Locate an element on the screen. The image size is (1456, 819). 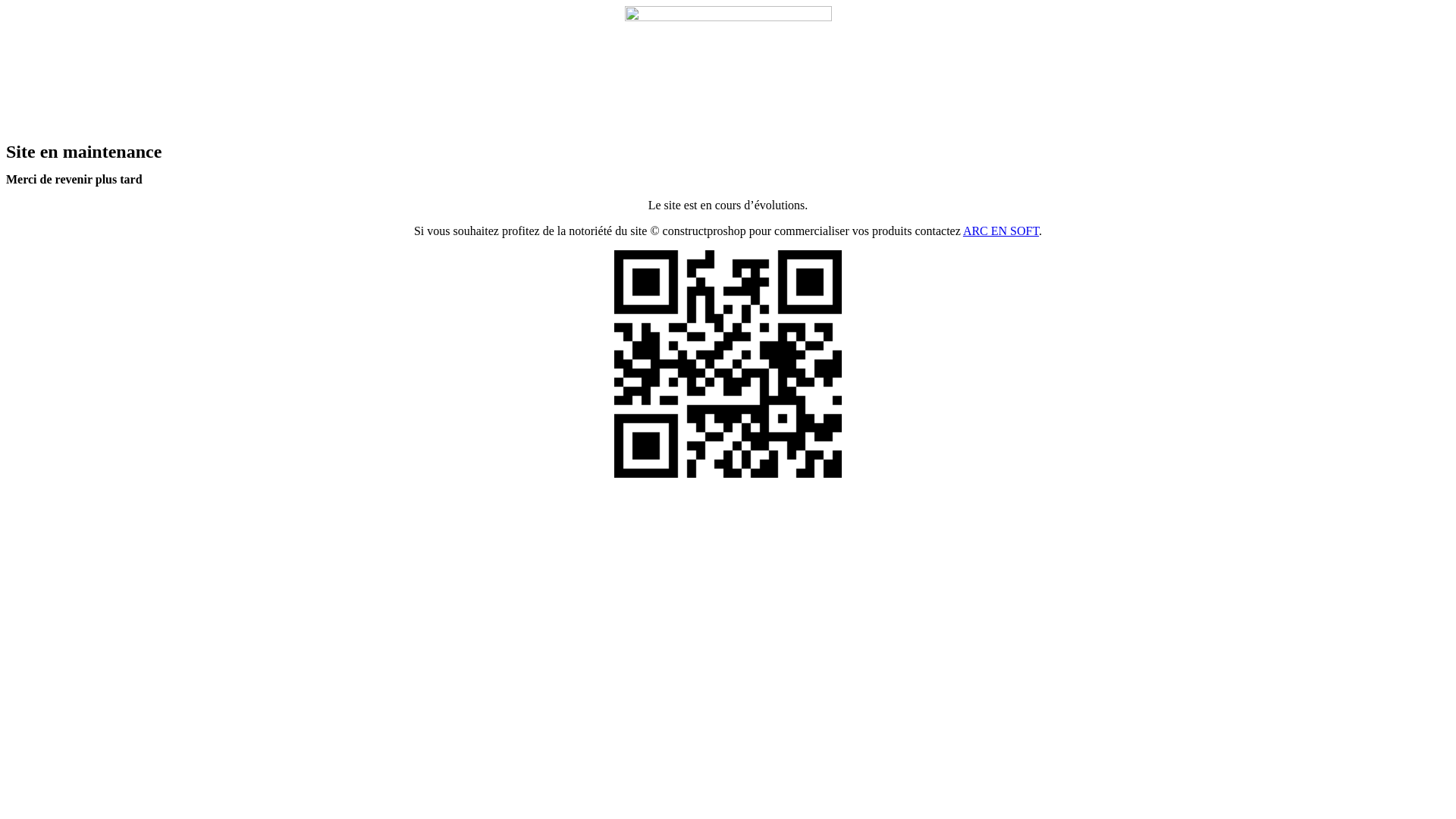
'ARC EN SOFT' is located at coordinates (1001, 231).